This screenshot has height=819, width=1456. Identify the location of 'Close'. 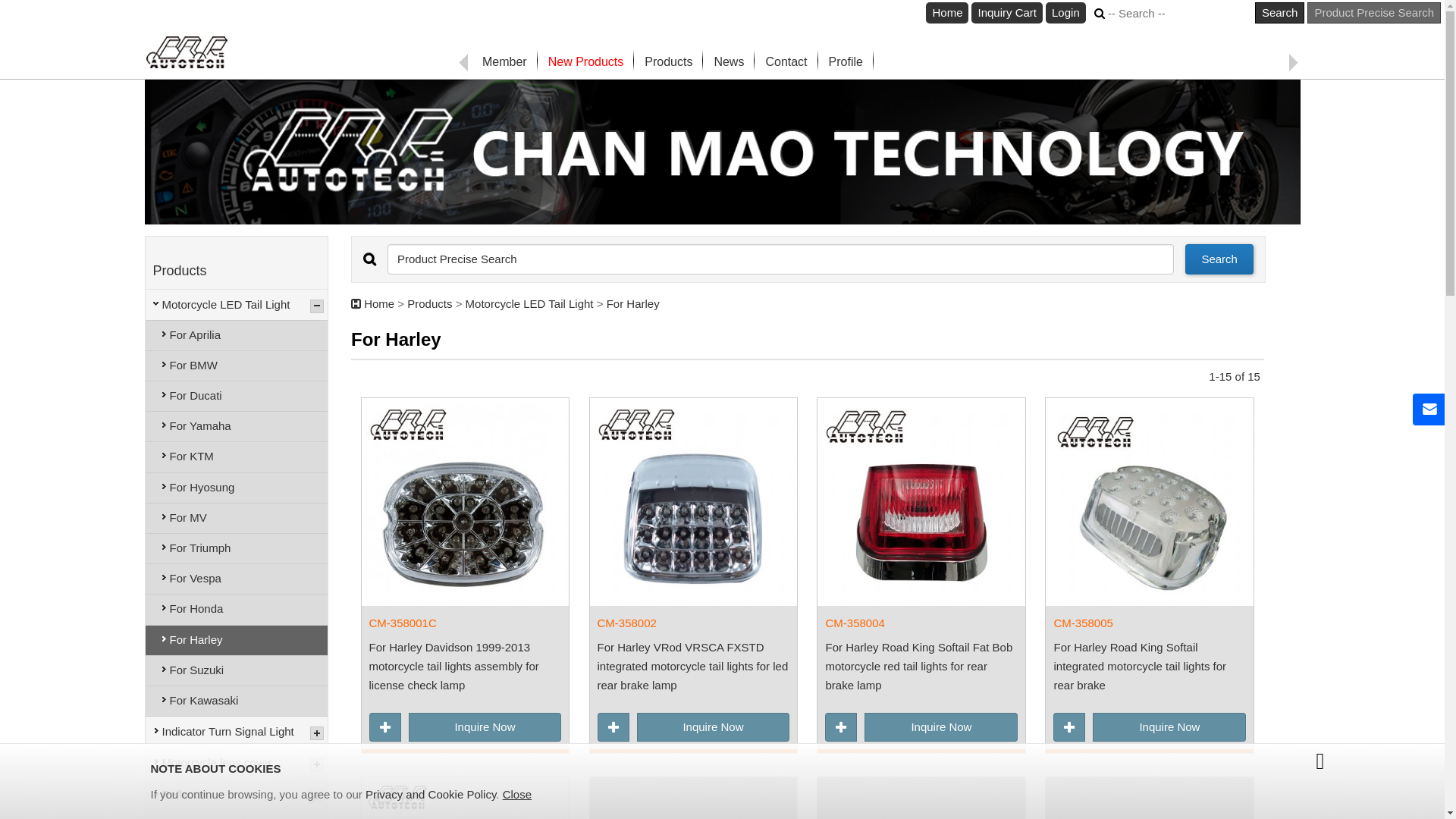
(516, 793).